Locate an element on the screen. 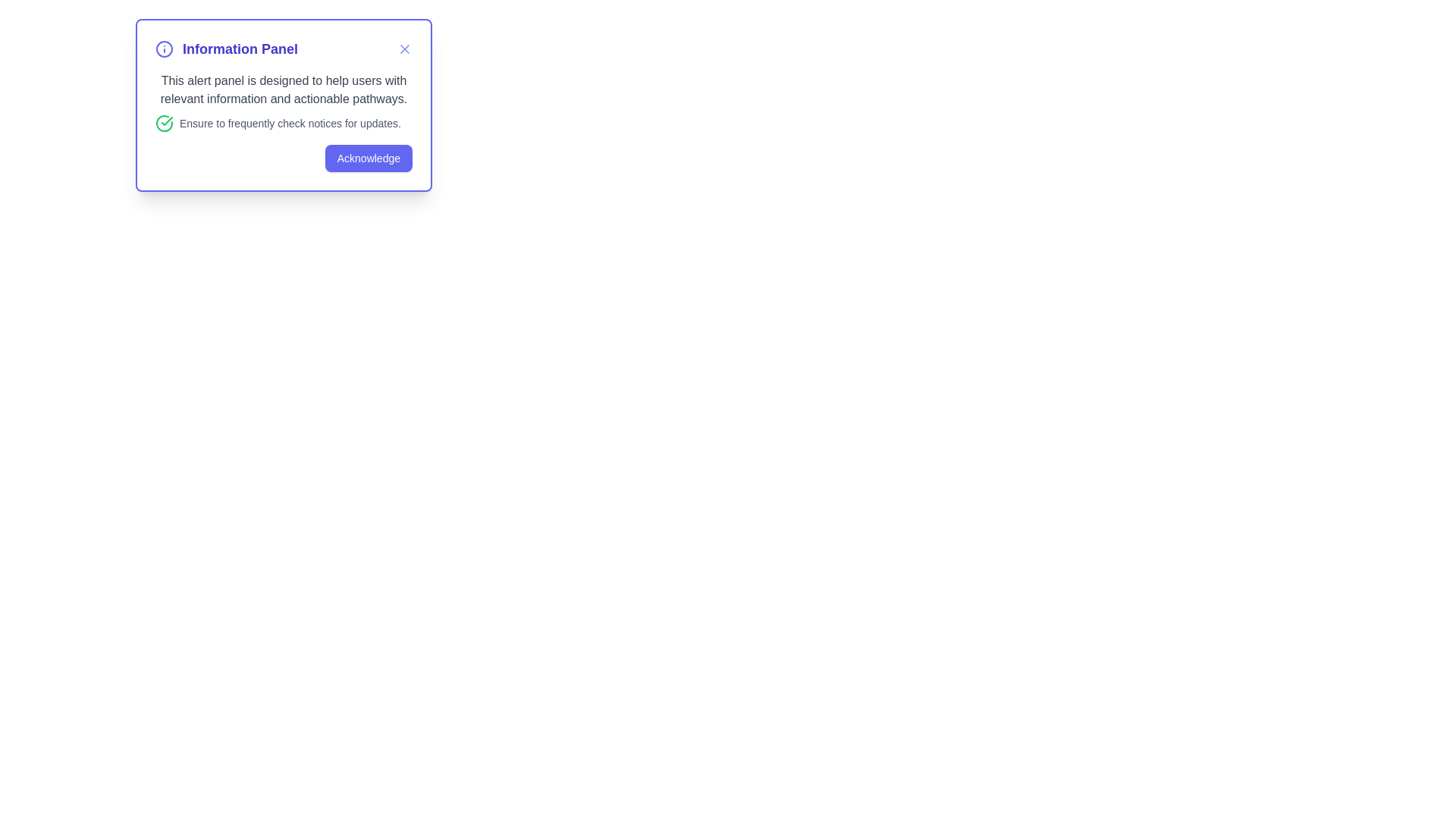 The width and height of the screenshot is (1456, 819). the indigo circular SVG element that is part of the information icon located at the top-left corner of the dialog box, adjacent to the 'Information Panel' title is located at coordinates (164, 49).